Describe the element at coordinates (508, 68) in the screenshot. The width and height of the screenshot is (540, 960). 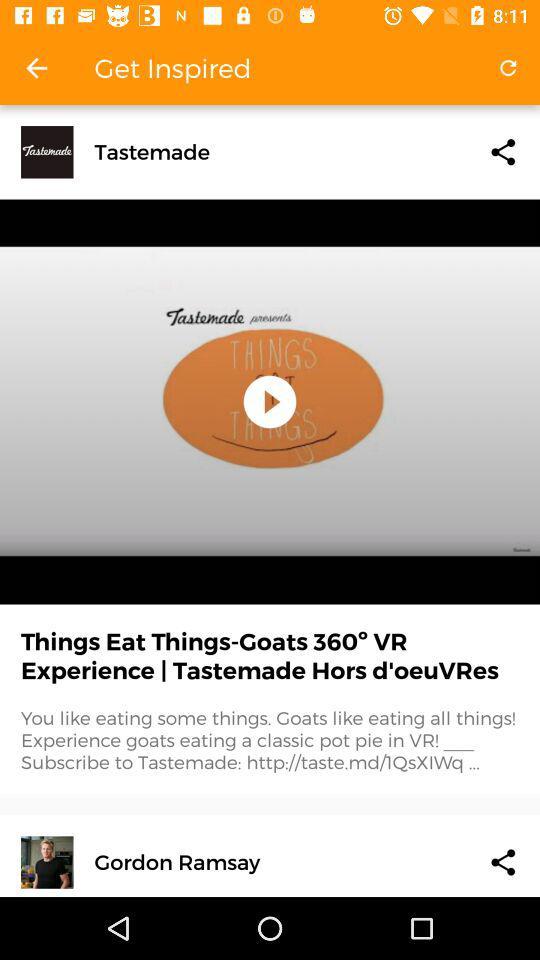
I see `the app to the right of get inspired icon` at that location.